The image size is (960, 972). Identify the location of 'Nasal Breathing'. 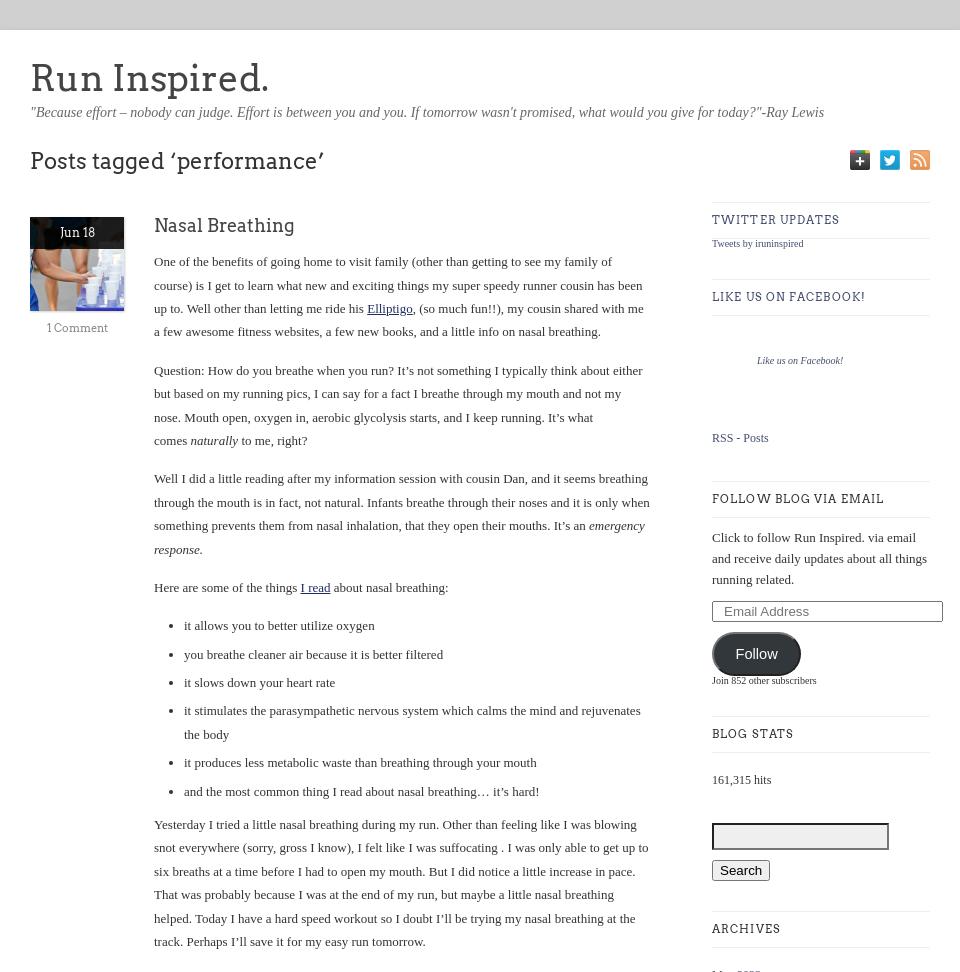
(224, 224).